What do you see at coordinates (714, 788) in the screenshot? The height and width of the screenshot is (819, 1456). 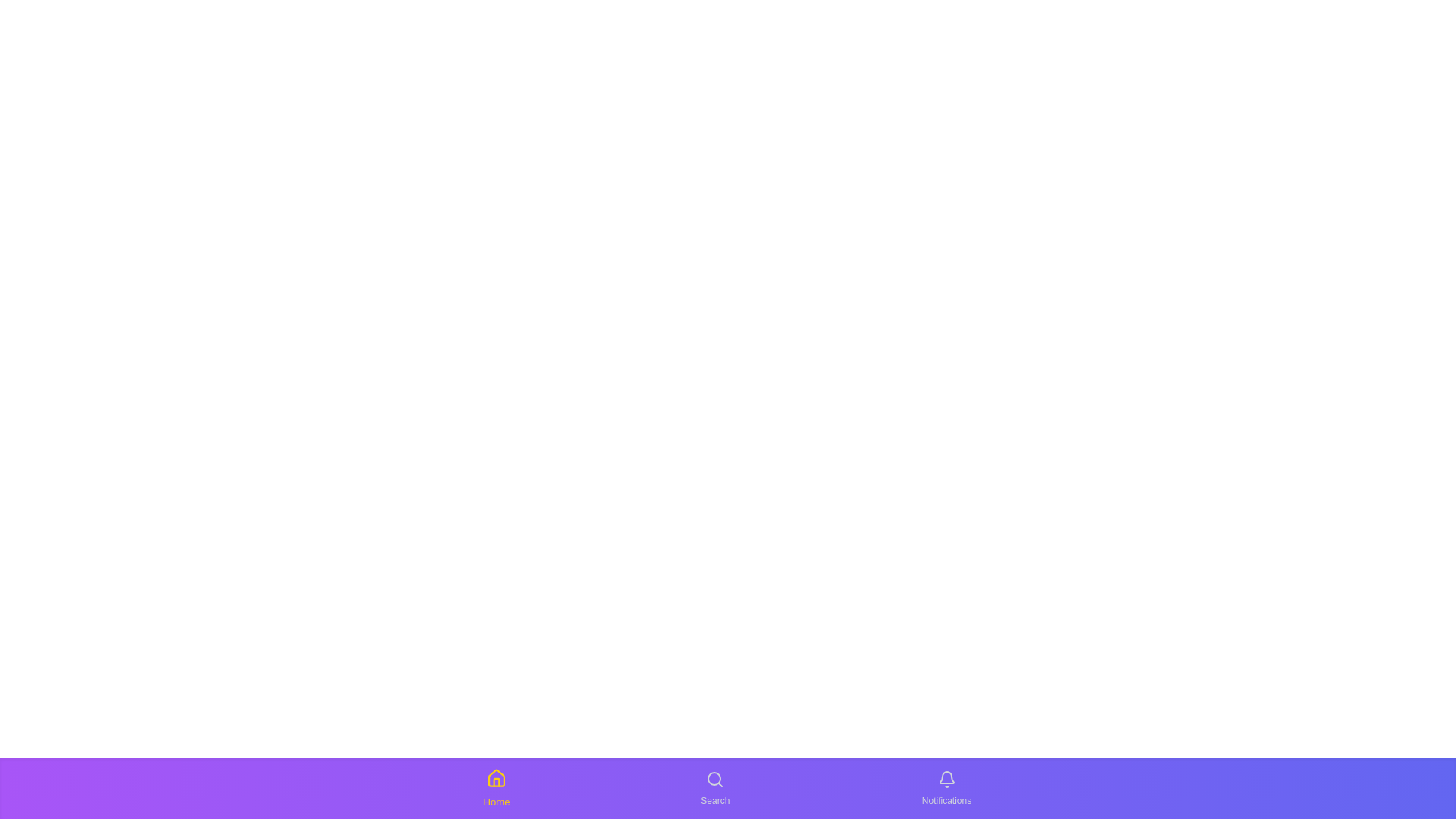 I see `the Search icon` at bounding box center [714, 788].